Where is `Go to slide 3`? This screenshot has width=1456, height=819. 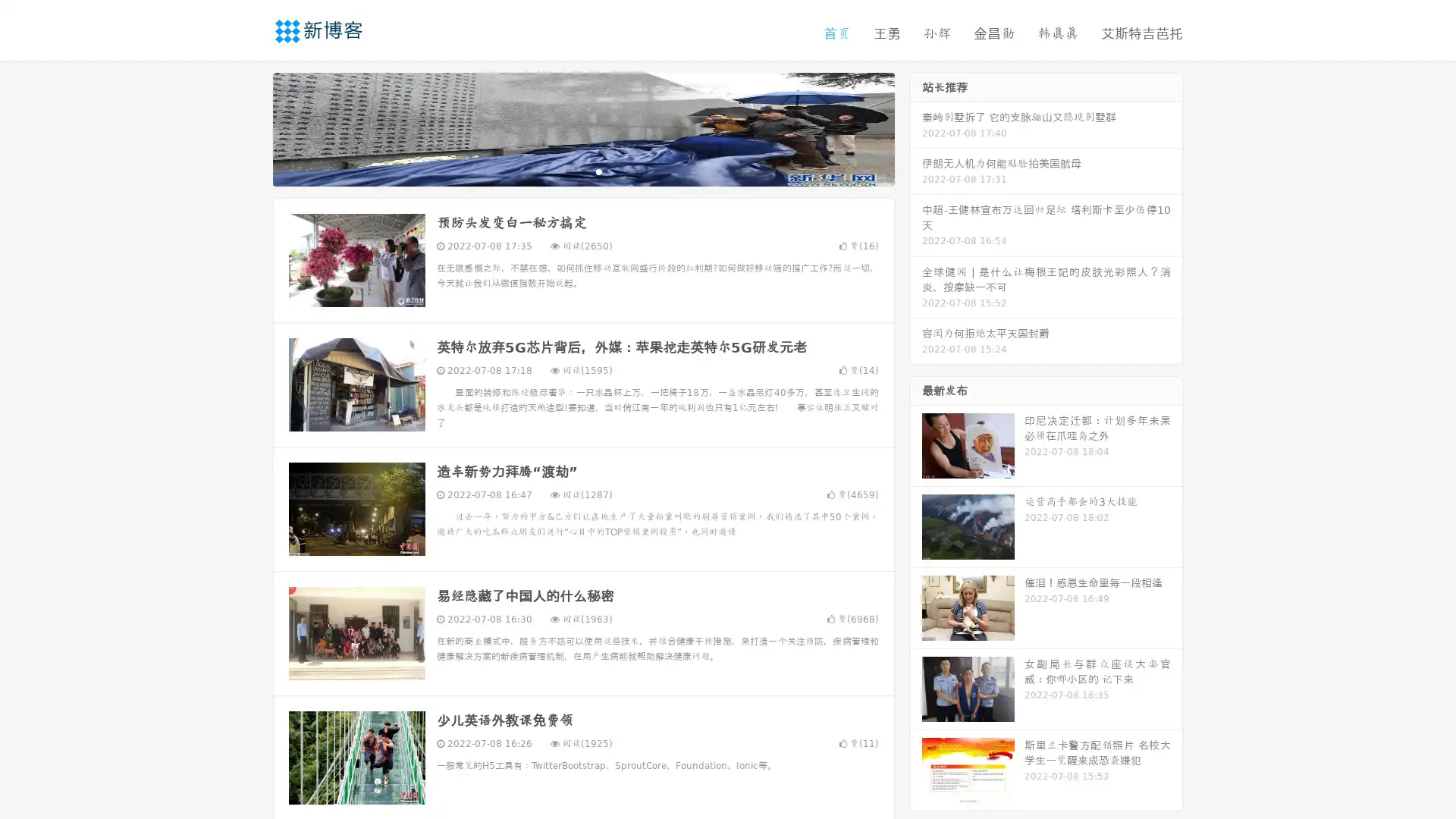
Go to slide 3 is located at coordinates (598, 171).